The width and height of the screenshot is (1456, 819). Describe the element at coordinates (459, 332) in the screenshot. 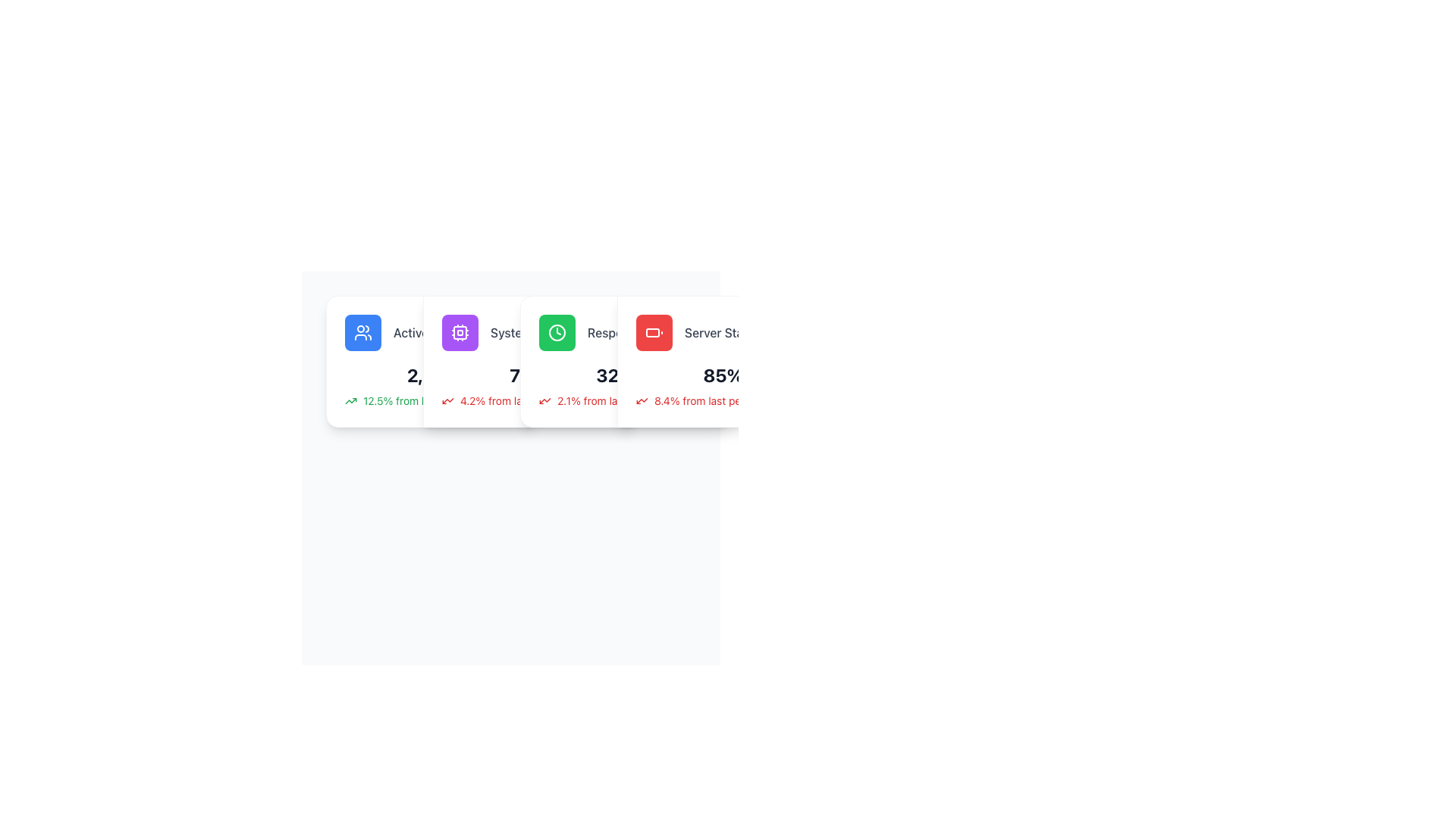

I see `the appearance of the purple rounded square Icon Button featuring a white computer chip icon, positioned centrally to the left of the 'System Load' label` at that location.